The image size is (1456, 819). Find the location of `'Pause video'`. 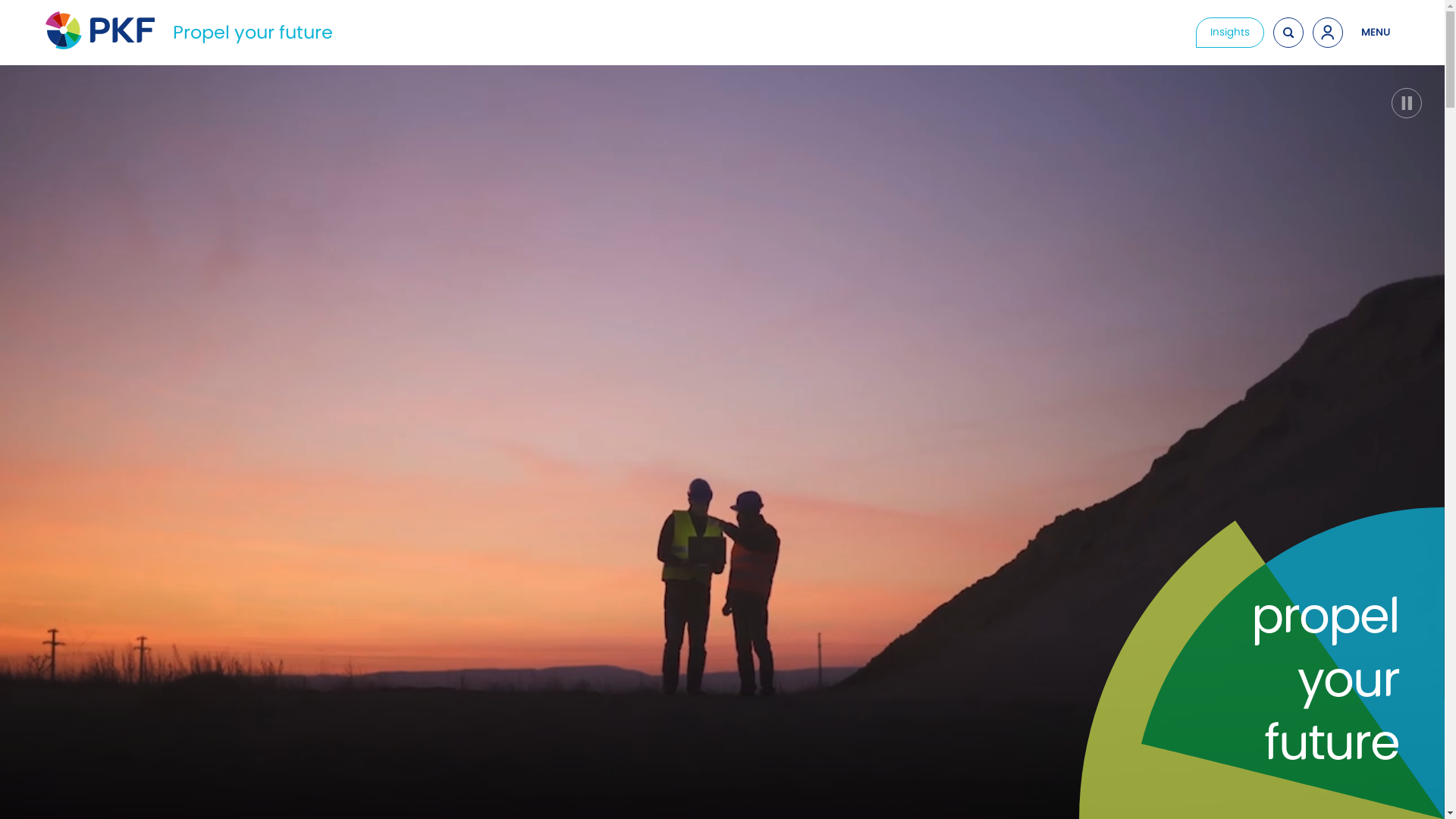

'Pause video' is located at coordinates (1405, 102).